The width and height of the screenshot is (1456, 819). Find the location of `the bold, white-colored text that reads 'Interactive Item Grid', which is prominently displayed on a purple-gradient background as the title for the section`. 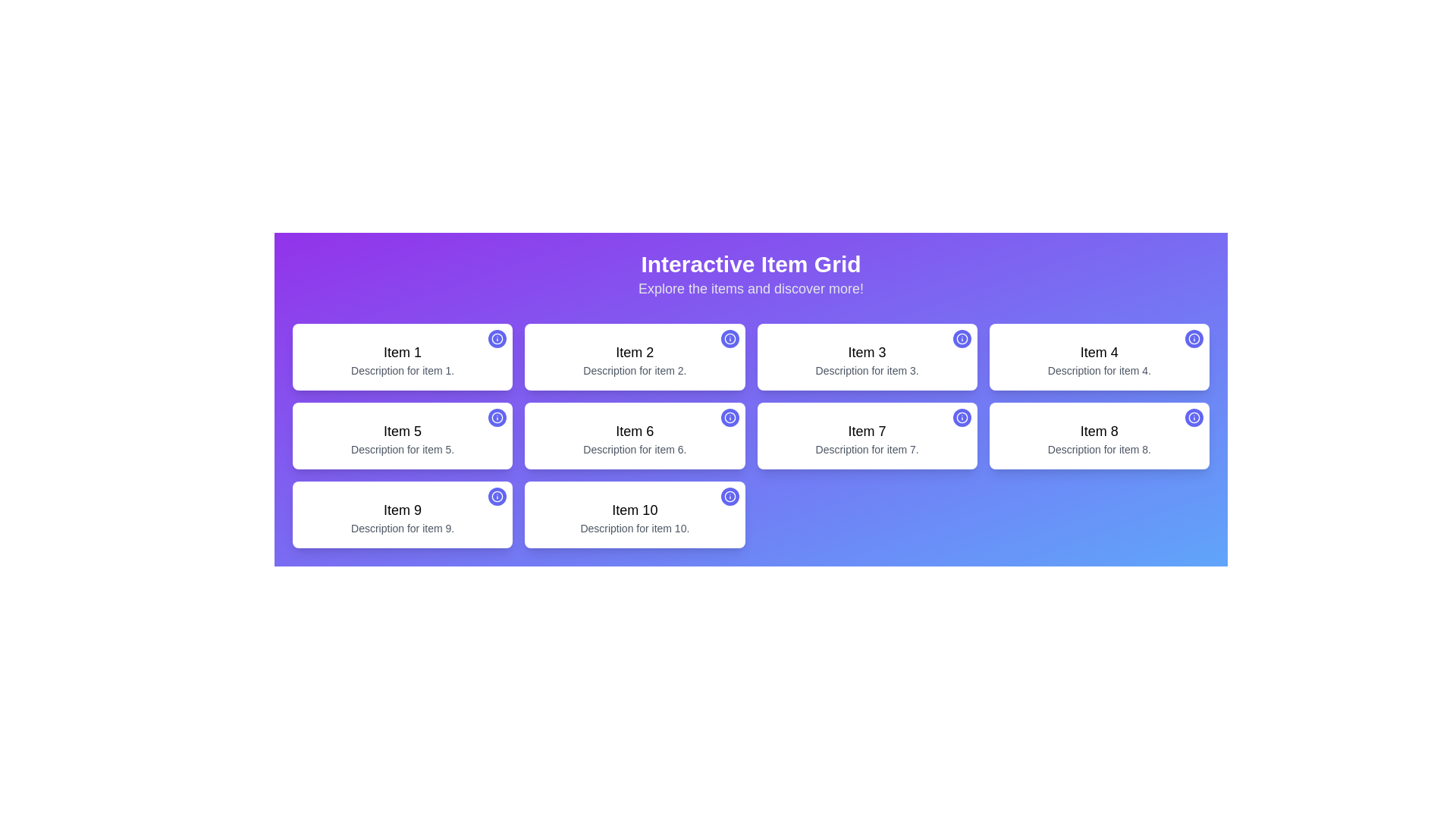

the bold, white-colored text that reads 'Interactive Item Grid', which is prominently displayed on a purple-gradient background as the title for the section is located at coordinates (751, 263).